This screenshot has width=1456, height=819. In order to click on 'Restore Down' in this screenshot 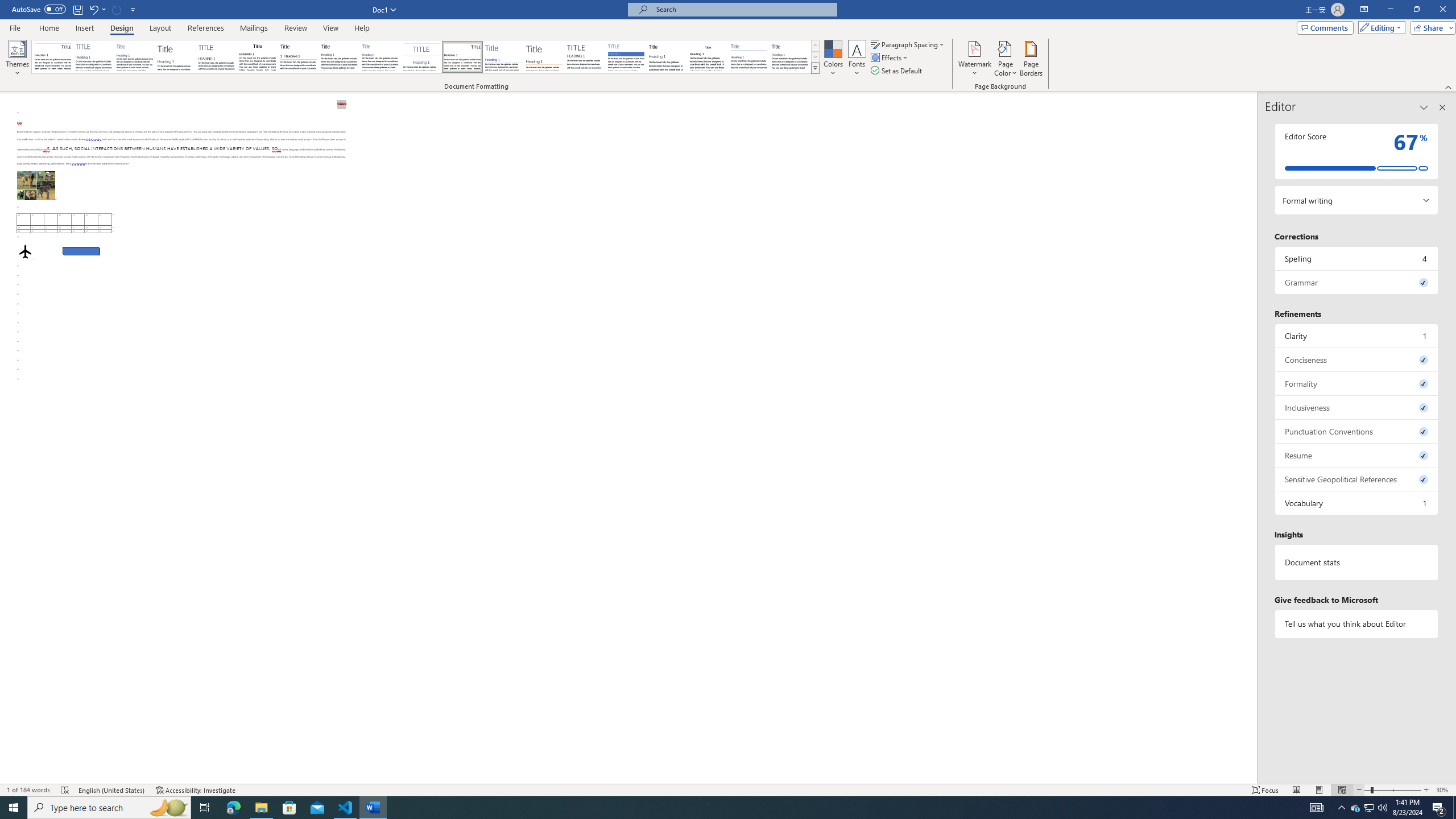, I will do `click(1416, 9)`.